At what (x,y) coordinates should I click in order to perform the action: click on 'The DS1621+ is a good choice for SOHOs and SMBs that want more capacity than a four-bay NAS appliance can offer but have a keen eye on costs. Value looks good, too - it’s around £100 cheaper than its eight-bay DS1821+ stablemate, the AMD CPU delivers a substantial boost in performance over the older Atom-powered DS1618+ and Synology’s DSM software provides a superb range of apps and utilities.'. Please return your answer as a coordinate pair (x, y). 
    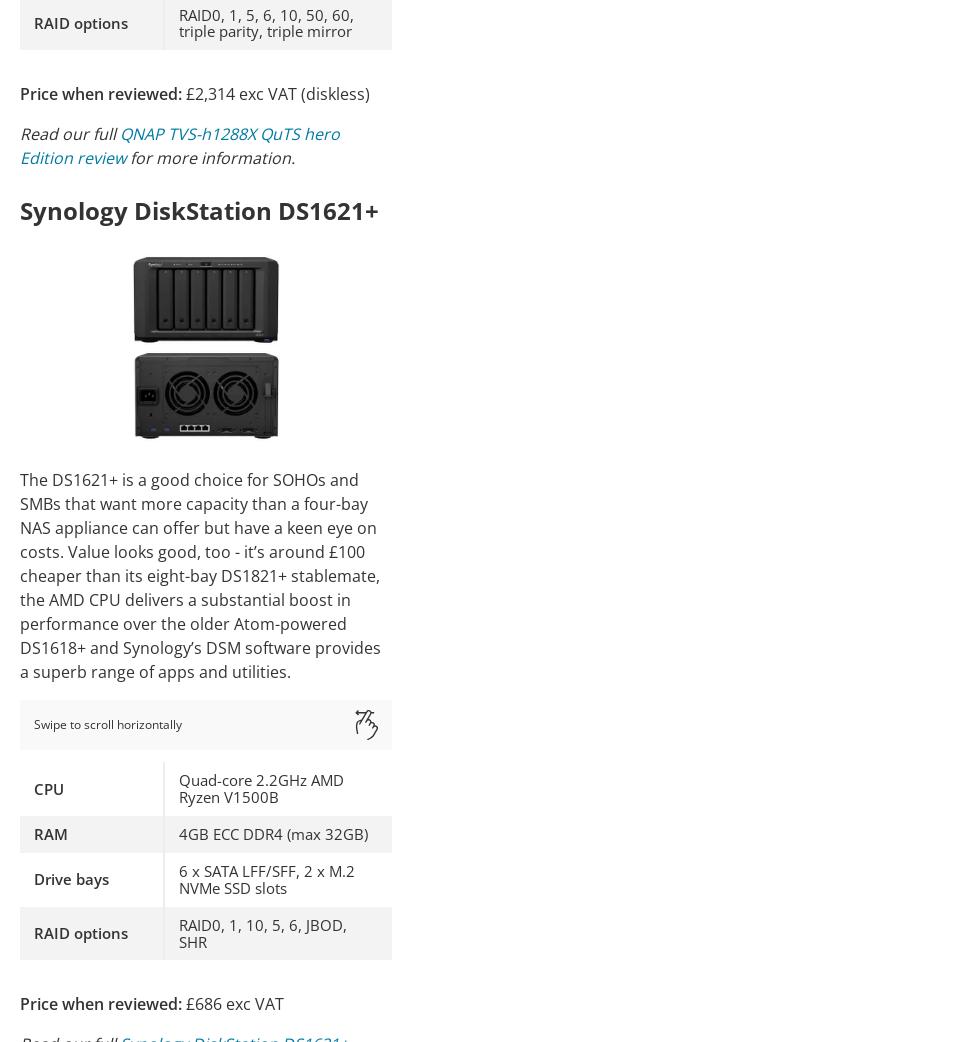
    Looking at the image, I should click on (200, 575).